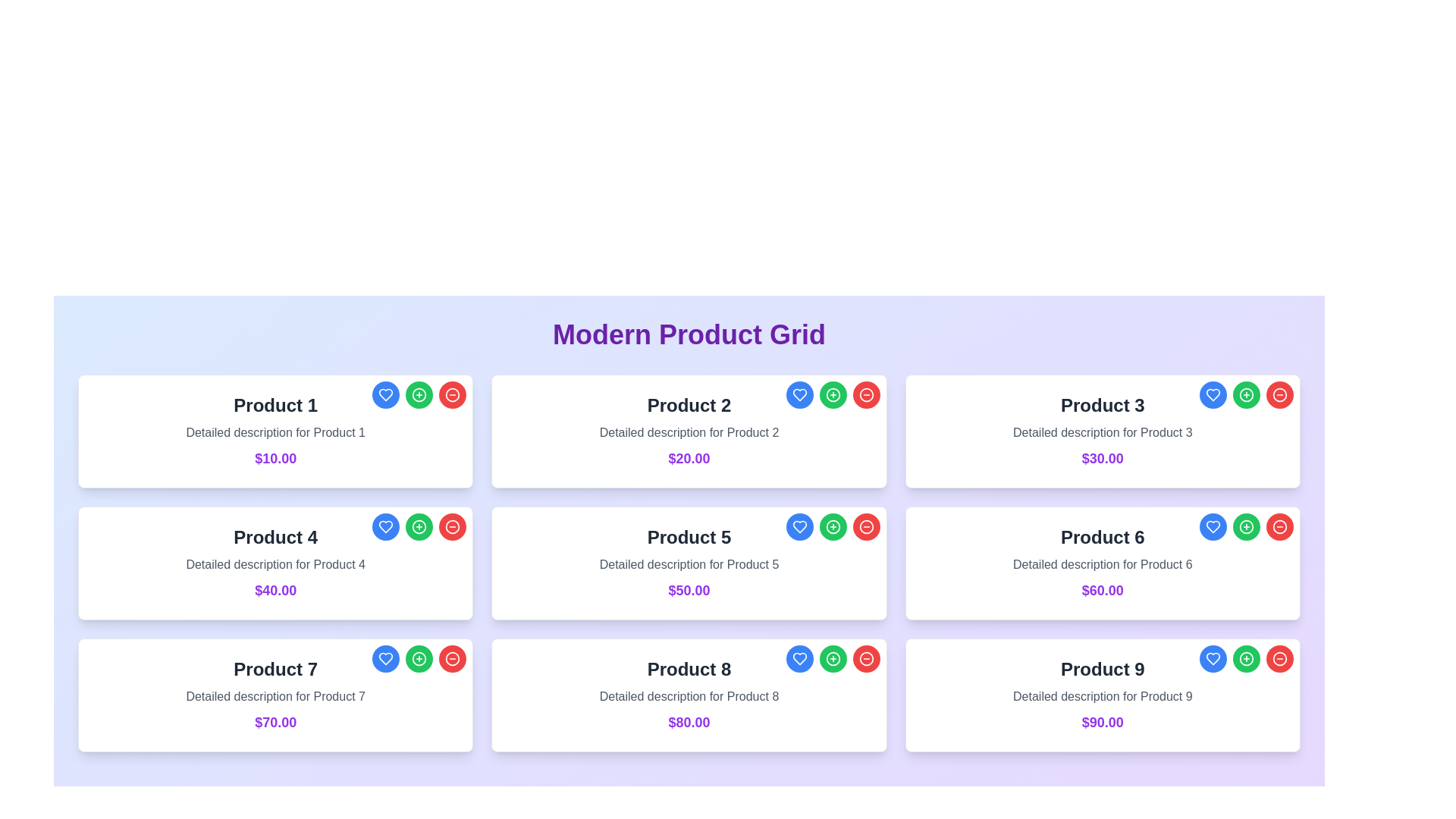  What do you see at coordinates (386, 526) in the screenshot?
I see `the heart icon in the top-right corner of the 'Product 8' card` at bounding box center [386, 526].